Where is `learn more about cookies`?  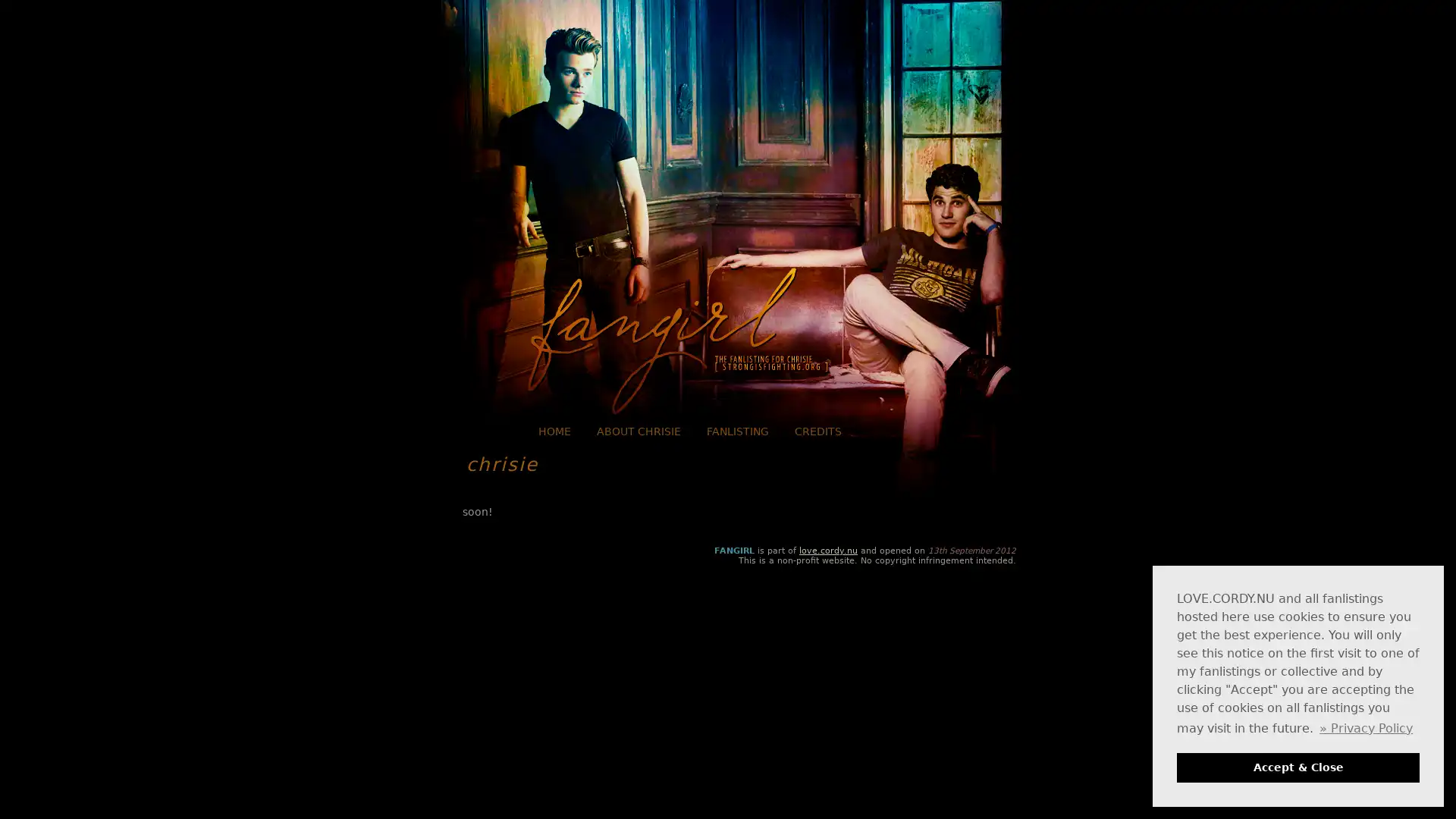
learn more about cookies is located at coordinates (1366, 727).